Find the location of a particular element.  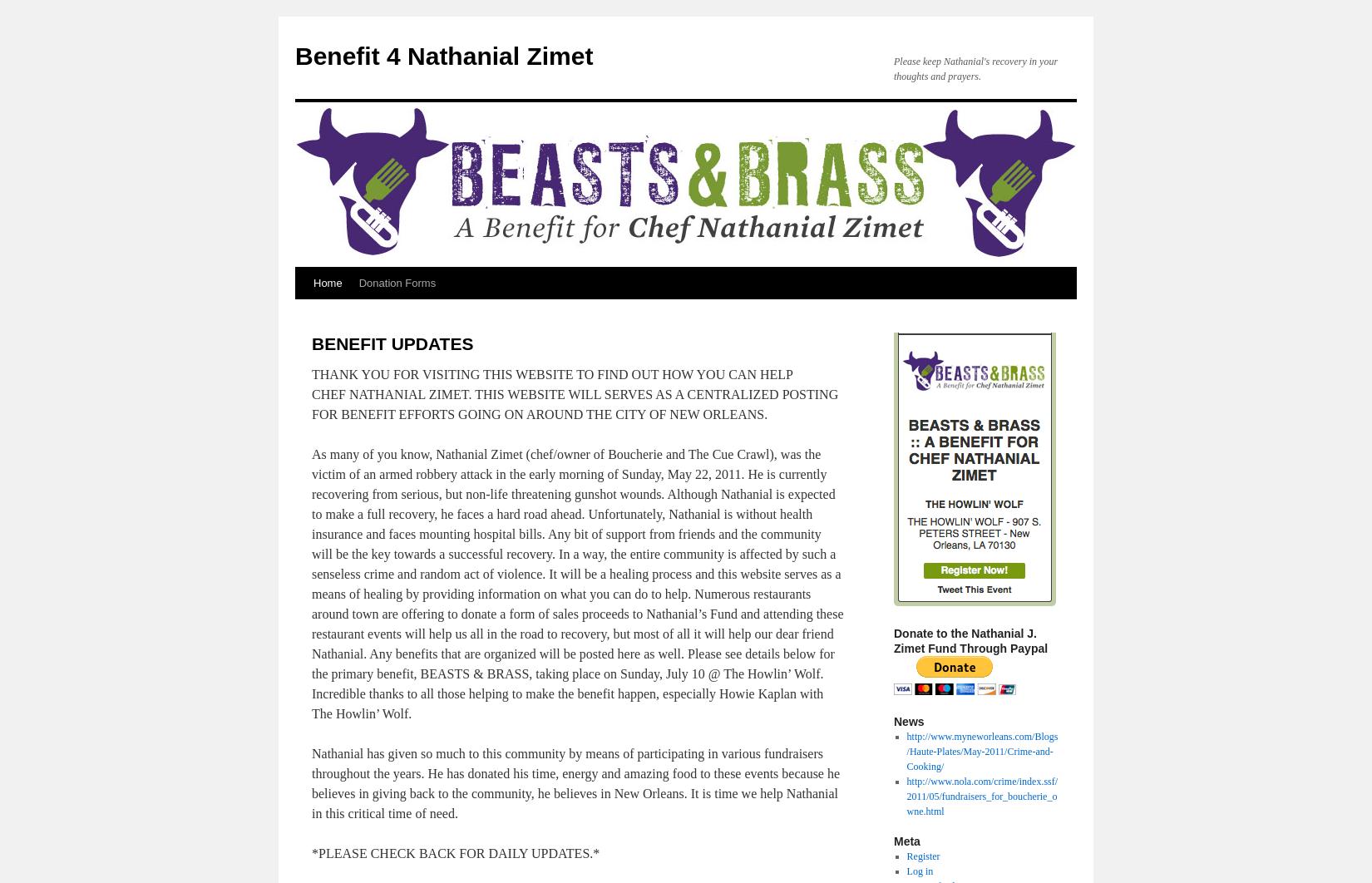

'*PLEASE CHECK BACK FOR DAILY UPDATES.*' is located at coordinates (454, 852).